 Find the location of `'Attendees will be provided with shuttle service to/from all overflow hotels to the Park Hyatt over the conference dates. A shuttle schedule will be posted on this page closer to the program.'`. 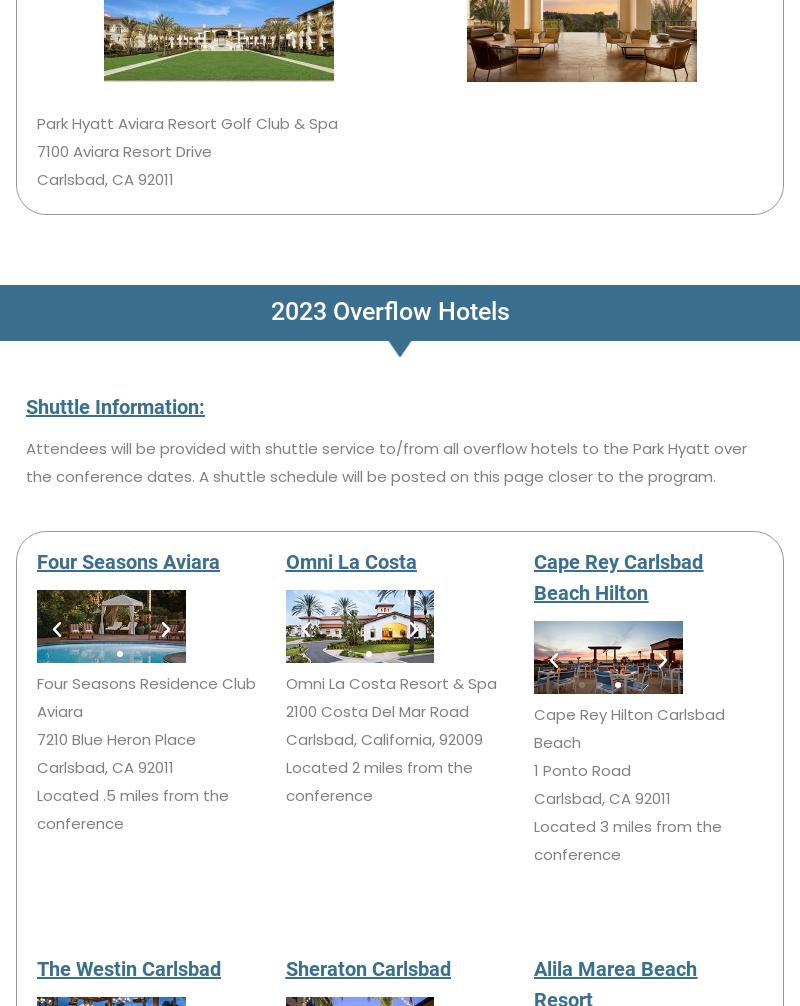

'Attendees will be provided with shuttle service to/from all overflow hotels to the Park Hyatt over the conference dates. A shuttle schedule will be posted on this page closer to the program.' is located at coordinates (26, 460).